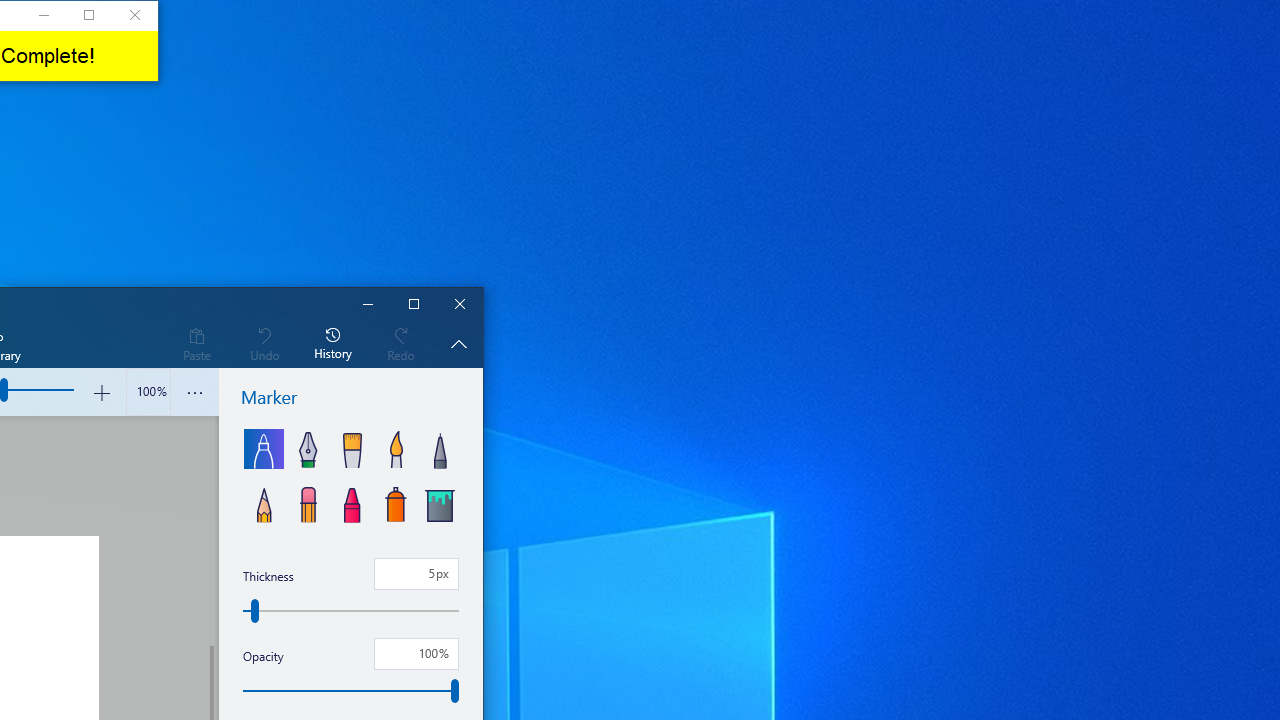 The width and height of the screenshot is (1280, 720). Describe the element at coordinates (100, 392) in the screenshot. I see `'Zoom in'` at that location.